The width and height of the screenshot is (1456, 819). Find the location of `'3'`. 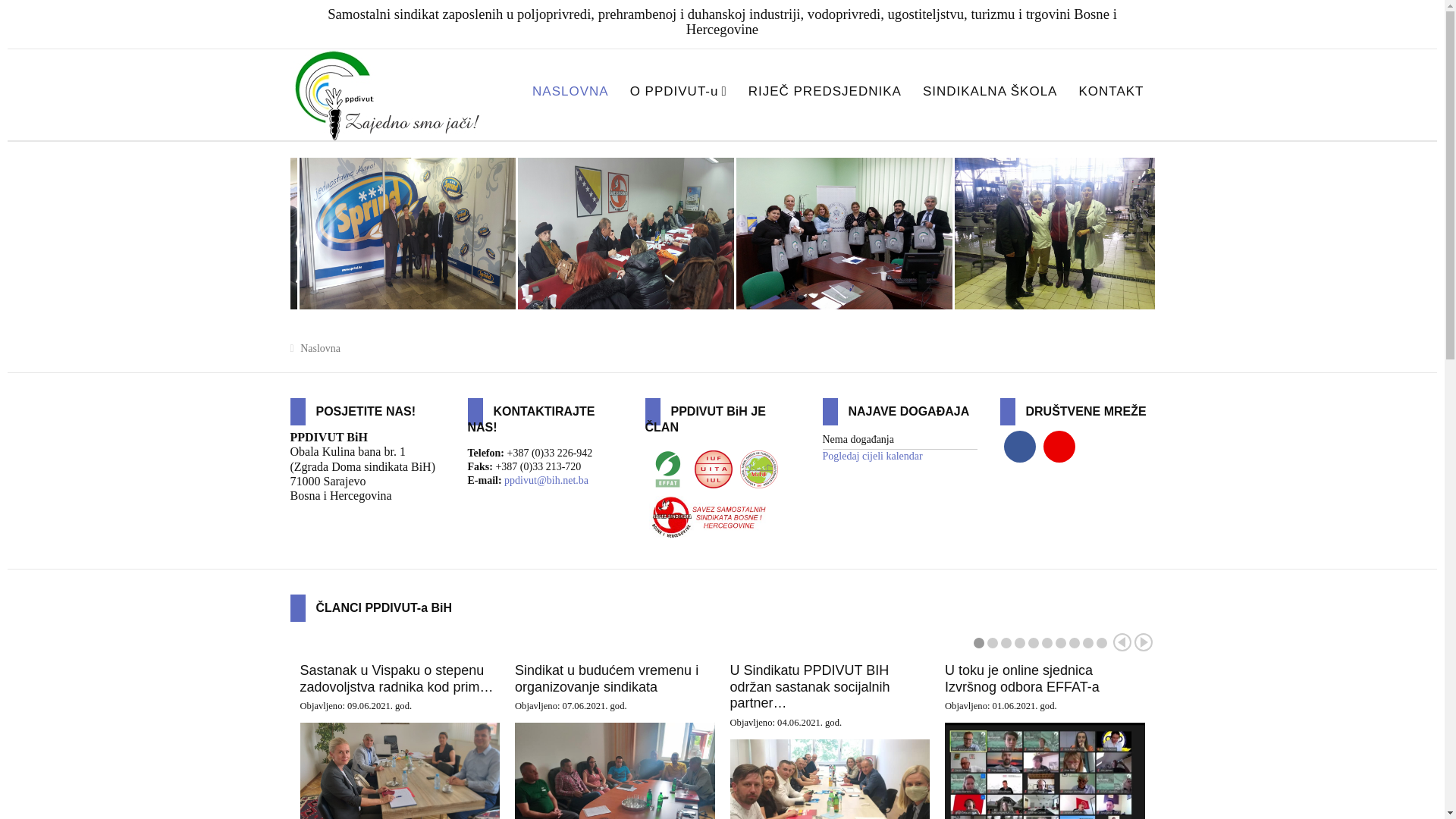

'3' is located at coordinates (1006, 643).